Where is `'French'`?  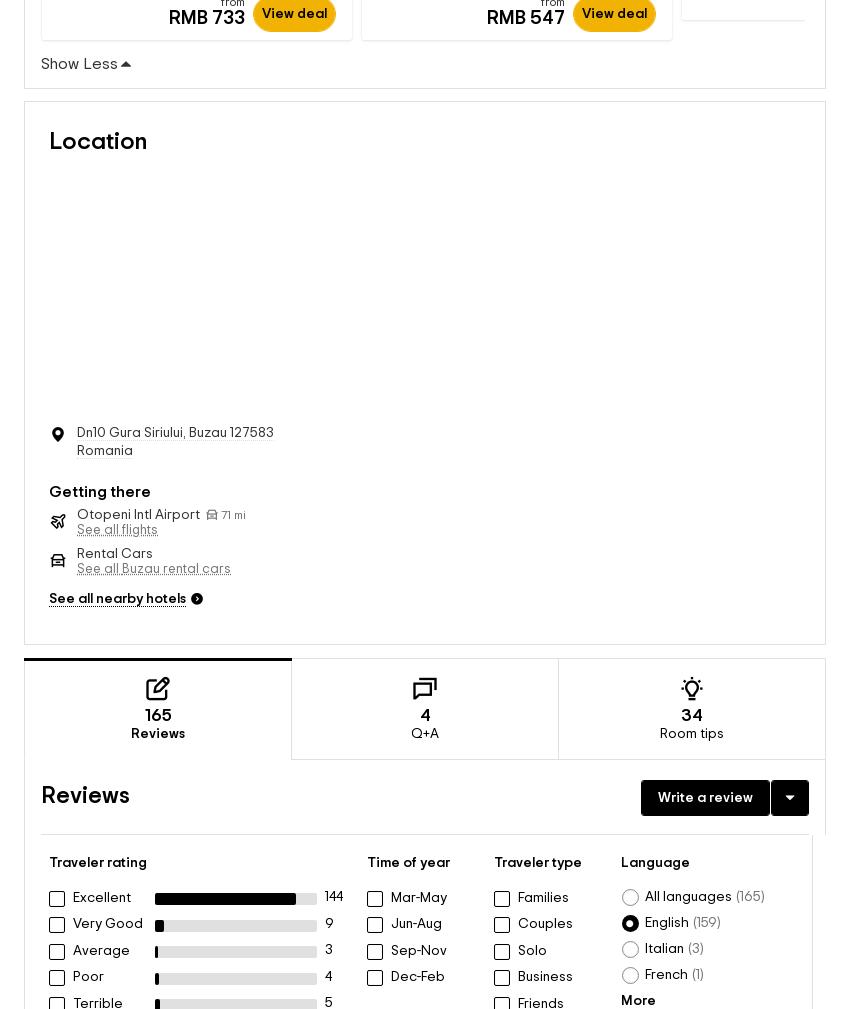 'French' is located at coordinates (644, 955).